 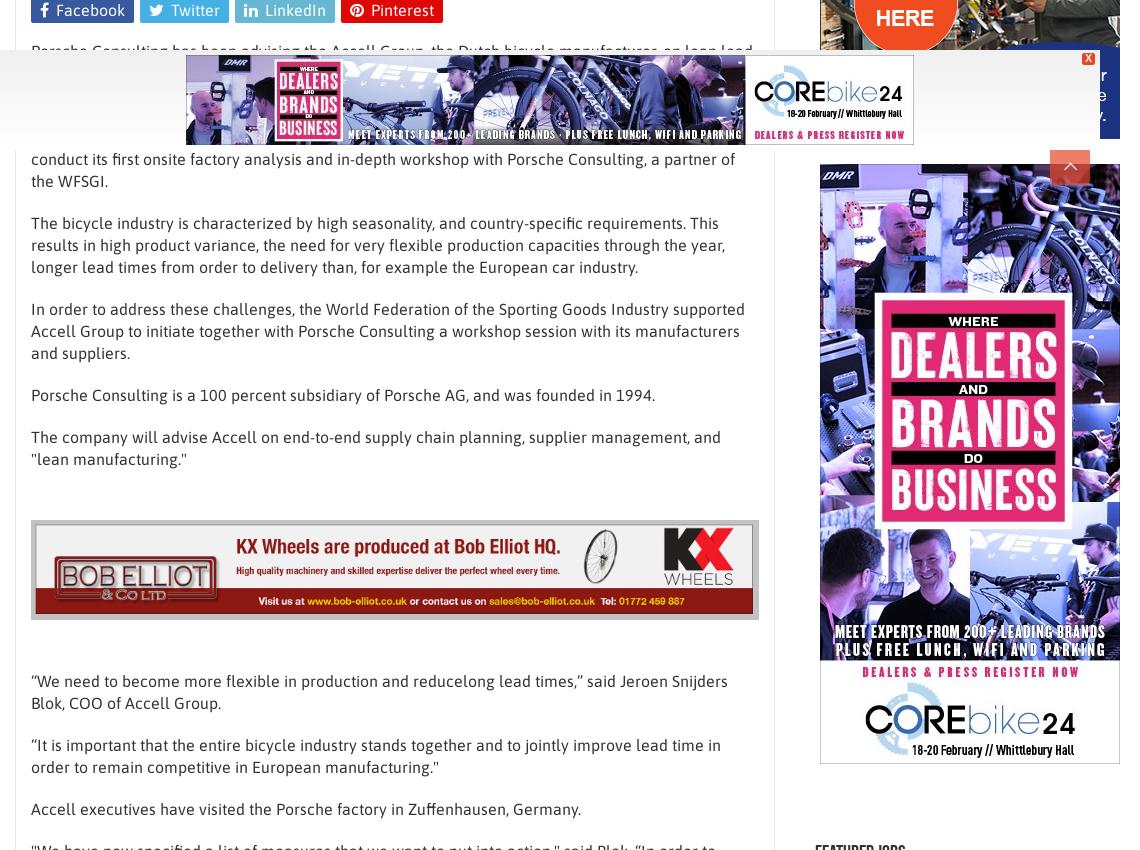 What do you see at coordinates (378, 690) in the screenshot?
I see `'“We need to become more flexible in production and reducelong lead times,” said Jeroen Snijders Blok, COO of Accell Group.'` at bounding box center [378, 690].